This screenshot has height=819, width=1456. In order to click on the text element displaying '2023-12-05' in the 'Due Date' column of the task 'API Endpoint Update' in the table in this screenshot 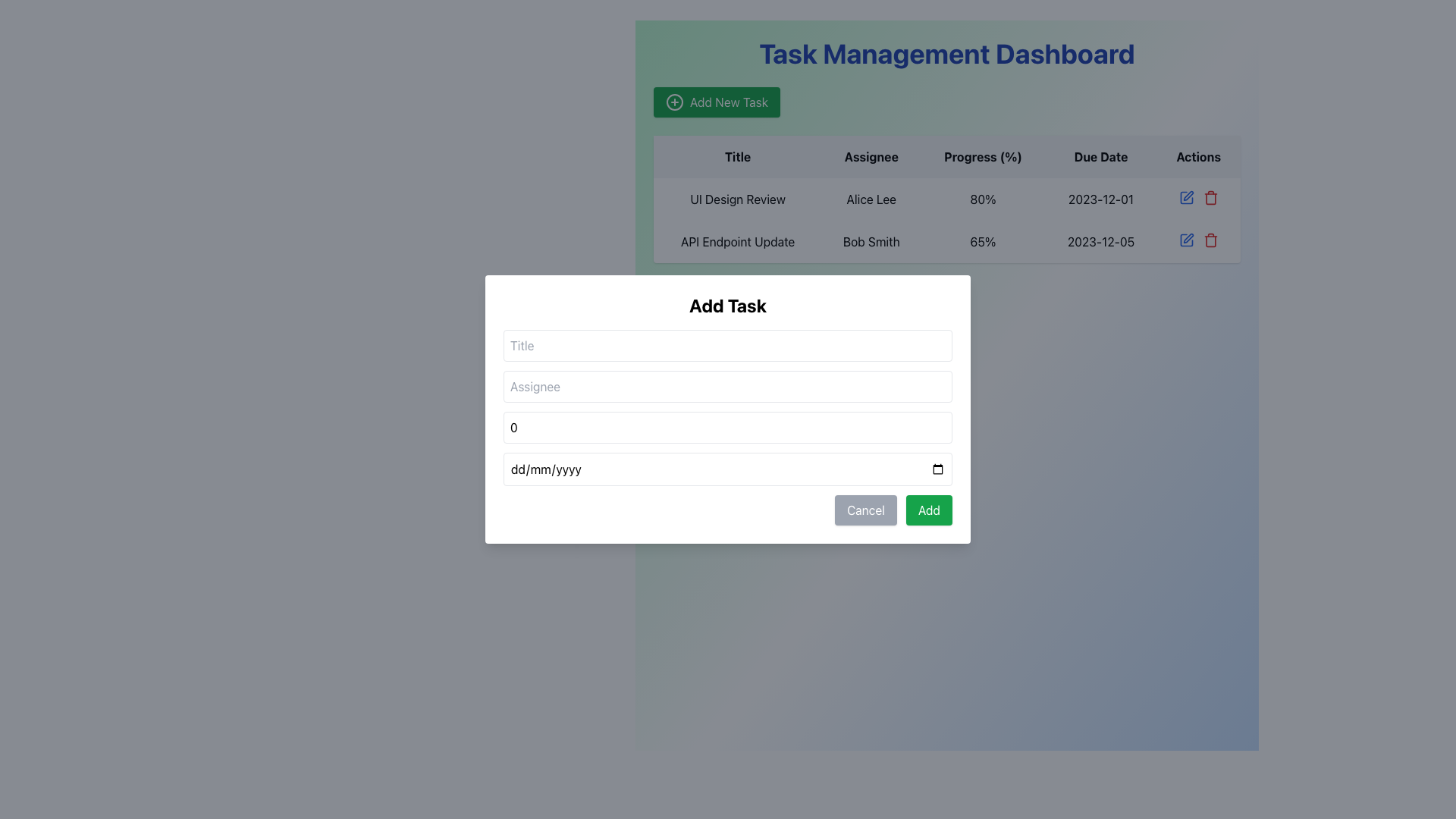, I will do `click(1101, 241)`.